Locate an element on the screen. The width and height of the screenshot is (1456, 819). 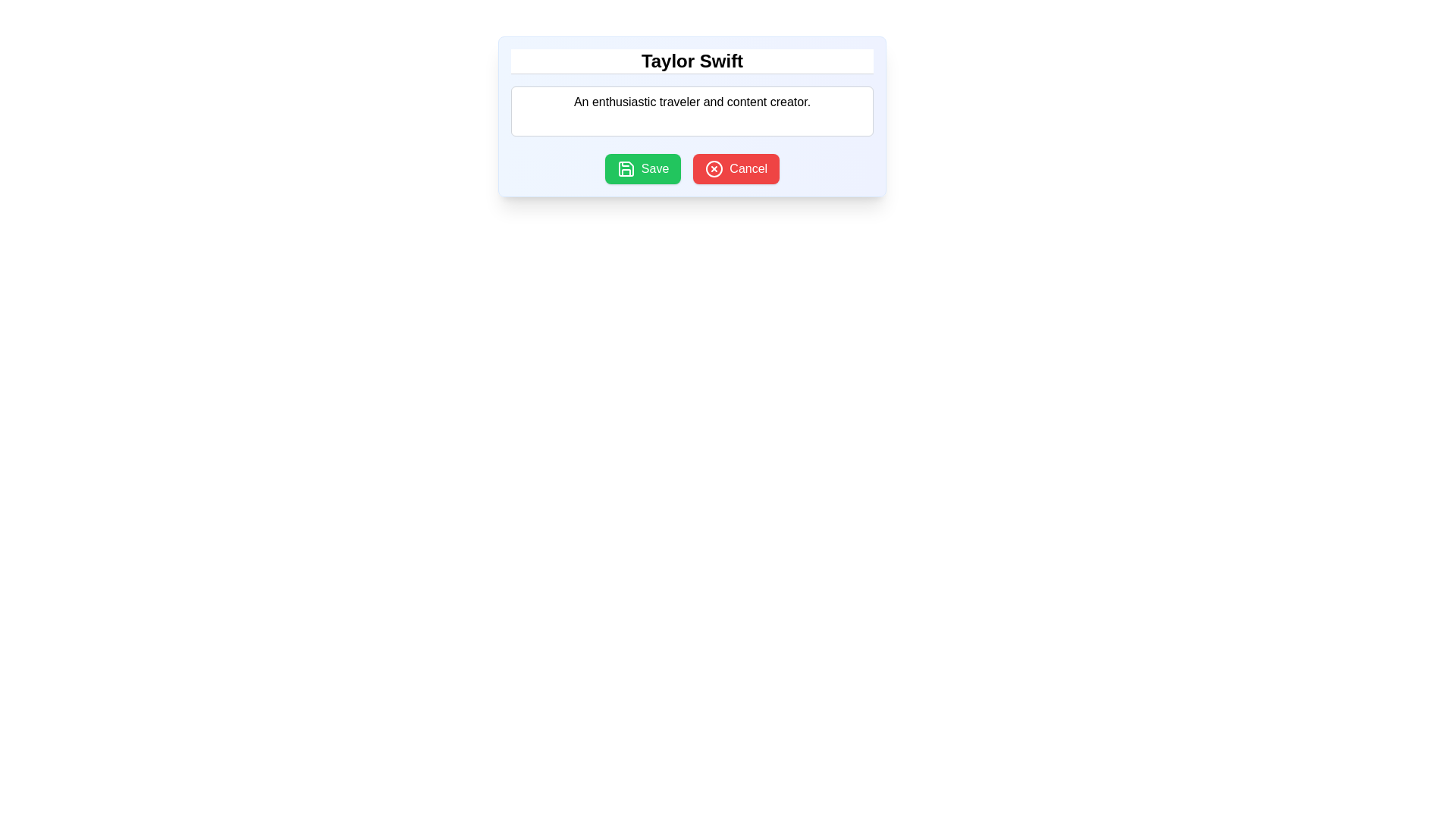
the text input field below the header 'Taylor Swift' to focus on it is located at coordinates (691, 96).